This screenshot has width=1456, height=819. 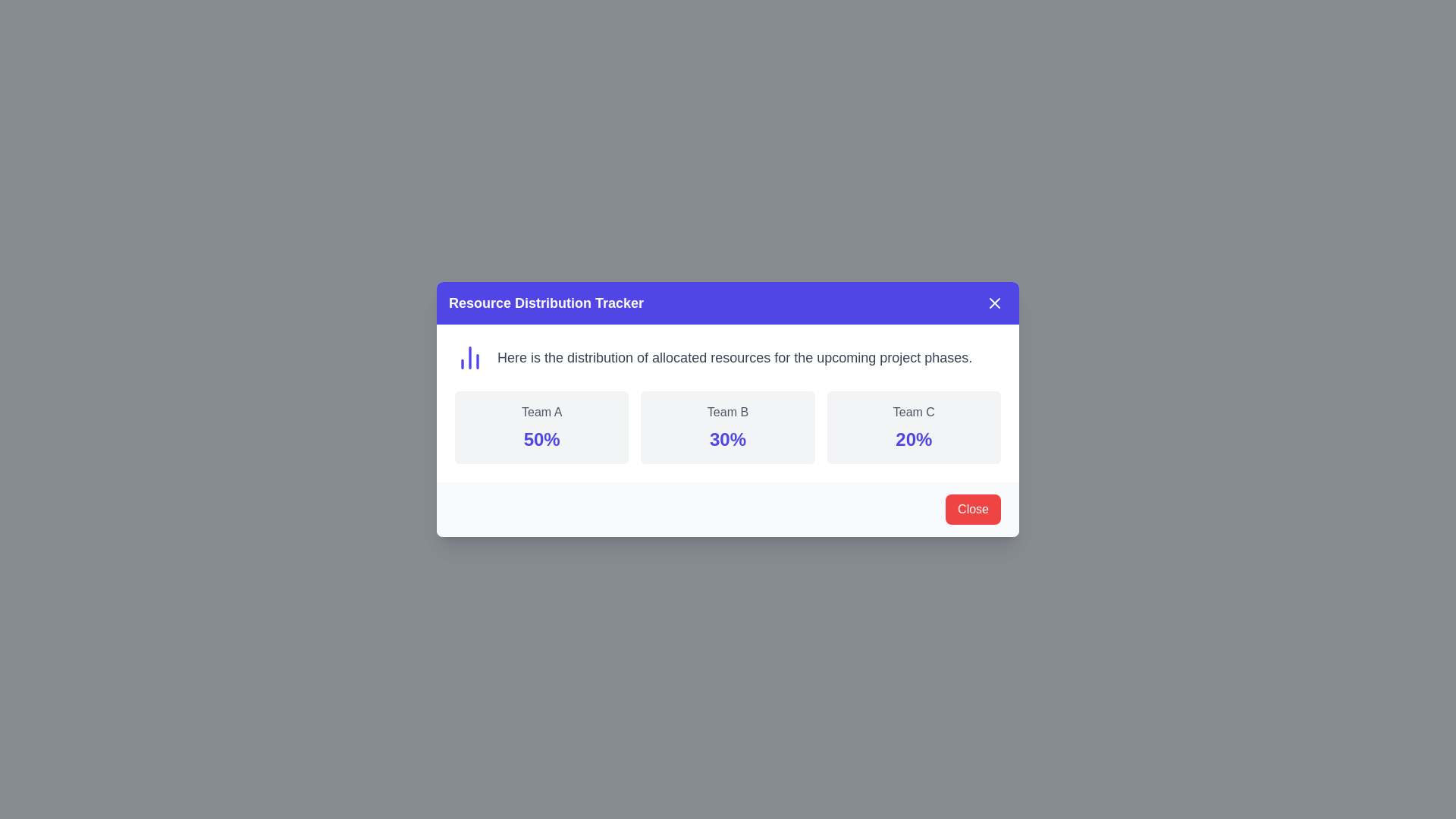 I want to click on the information displayed on the informational card representing the team's resource allocation, located at the top-middle section of the dialog box, so click(x=541, y=427).